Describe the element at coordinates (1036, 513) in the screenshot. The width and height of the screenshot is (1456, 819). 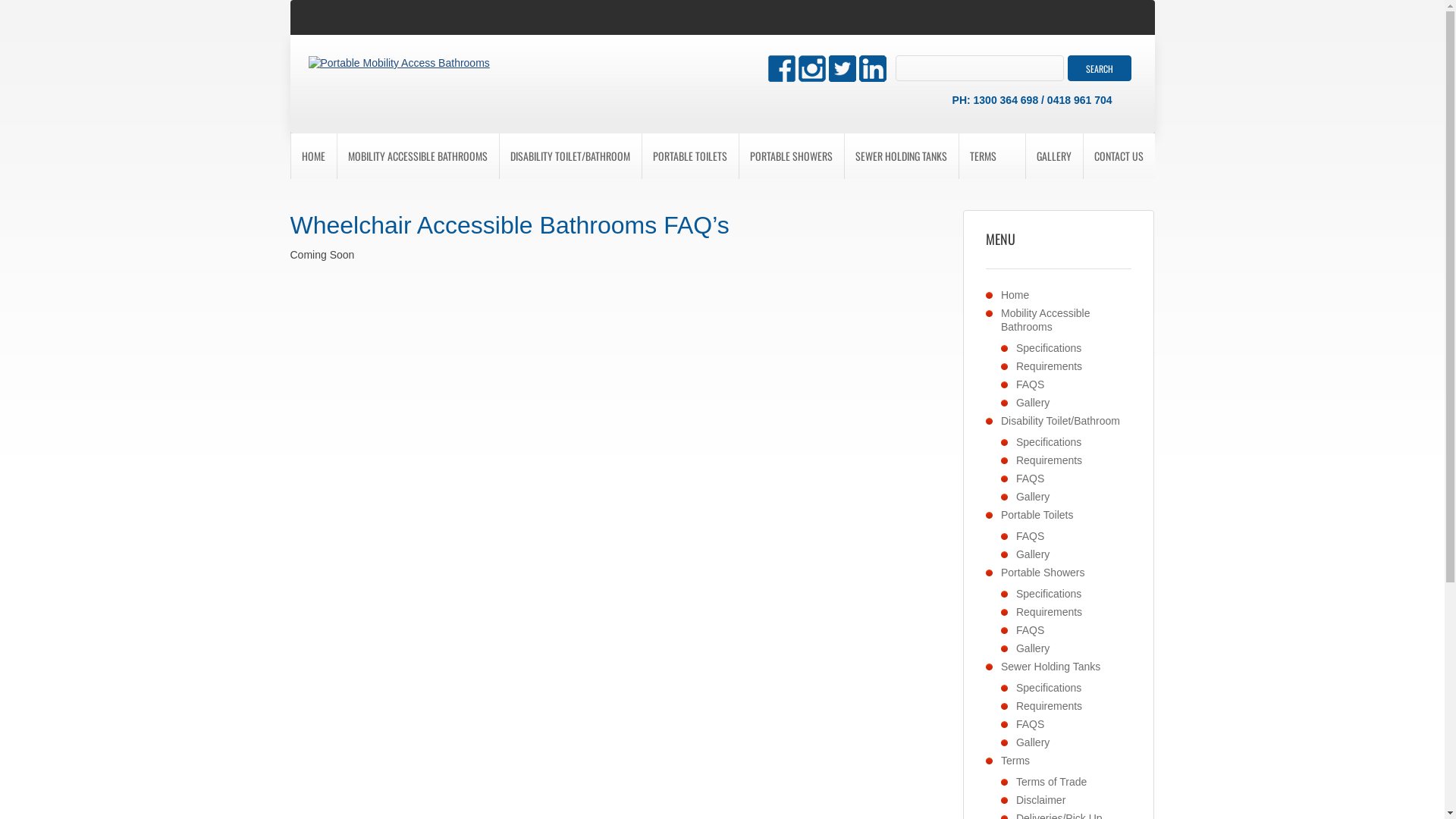
I see `'Portable Toilets'` at that location.